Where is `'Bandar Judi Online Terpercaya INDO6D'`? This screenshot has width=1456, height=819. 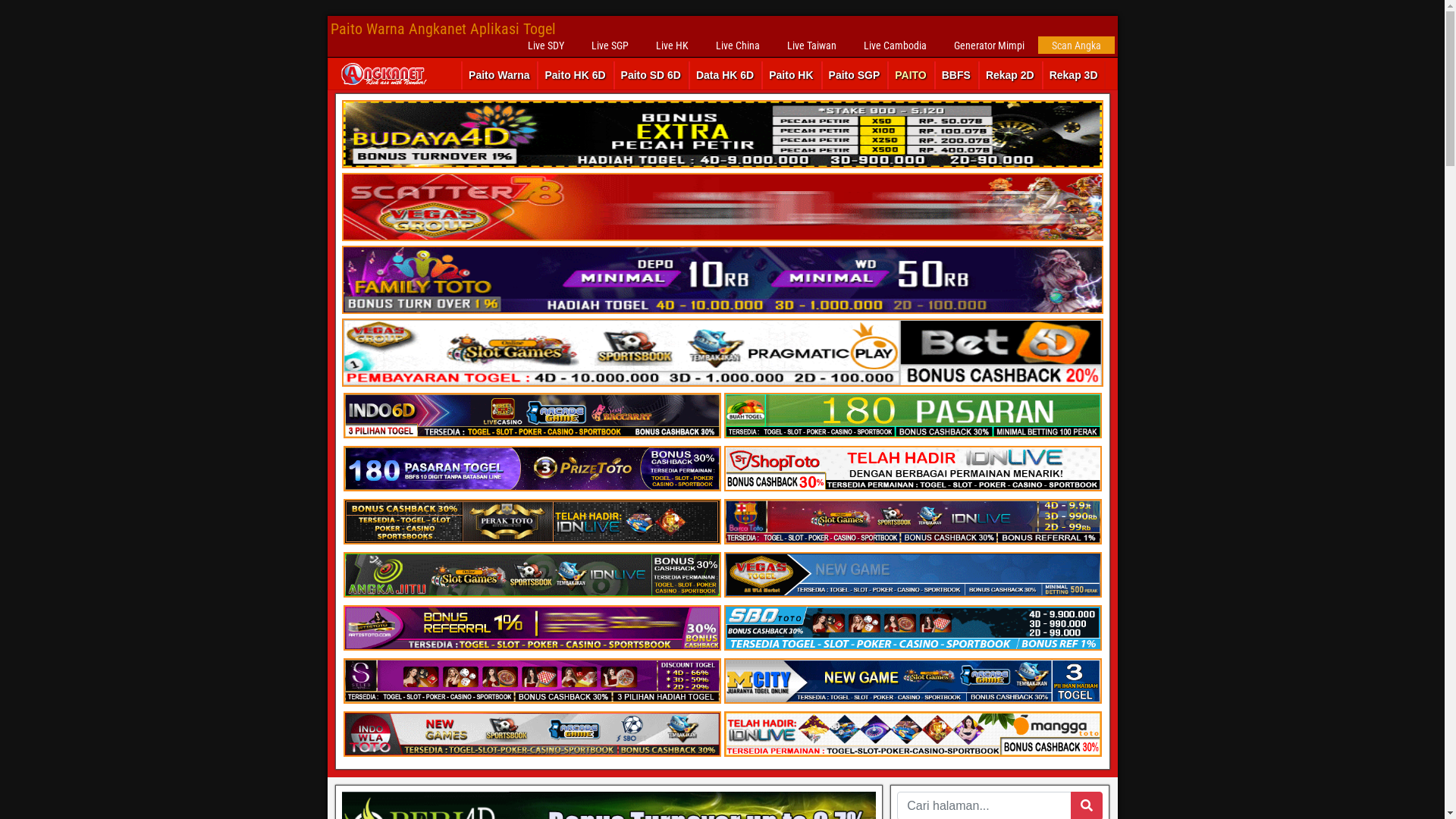
'Bandar Judi Online Terpercaya INDO6D' is located at coordinates (531, 415).